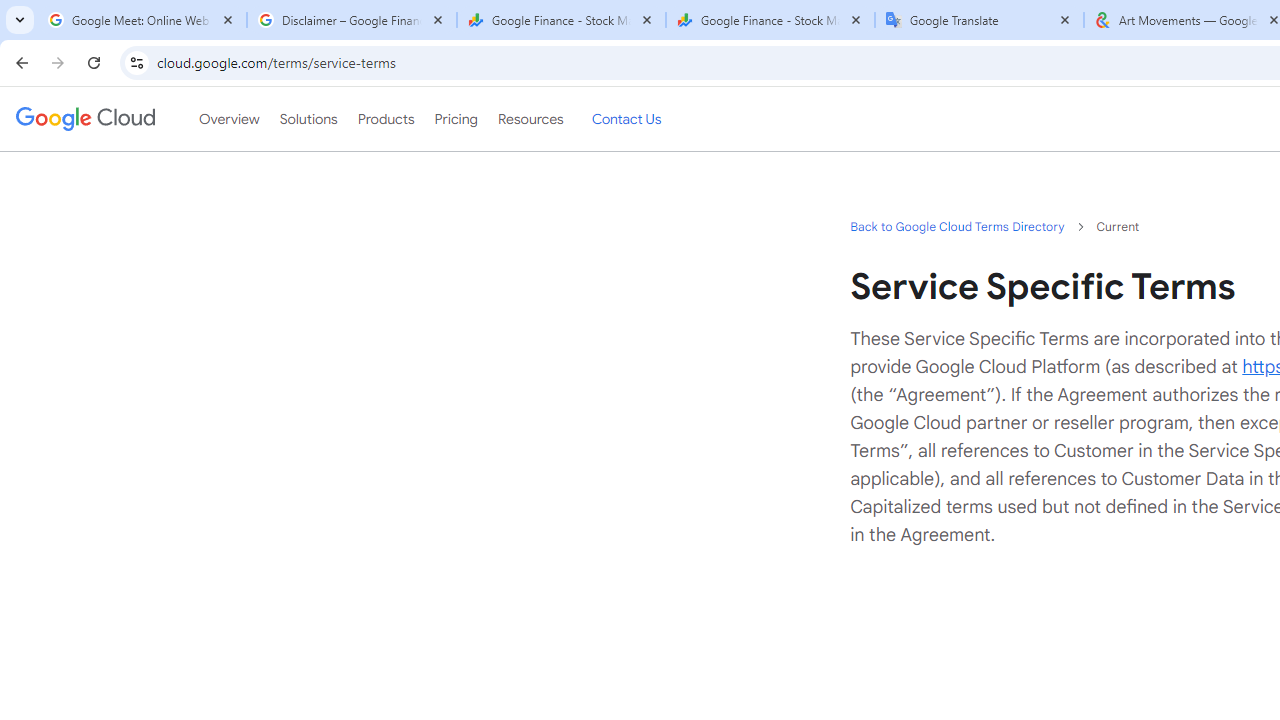 The height and width of the screenshot is (720, 1280). Describe the element at coordinates (135, 61) in the screenshot. I see `'View site information'` at that location.